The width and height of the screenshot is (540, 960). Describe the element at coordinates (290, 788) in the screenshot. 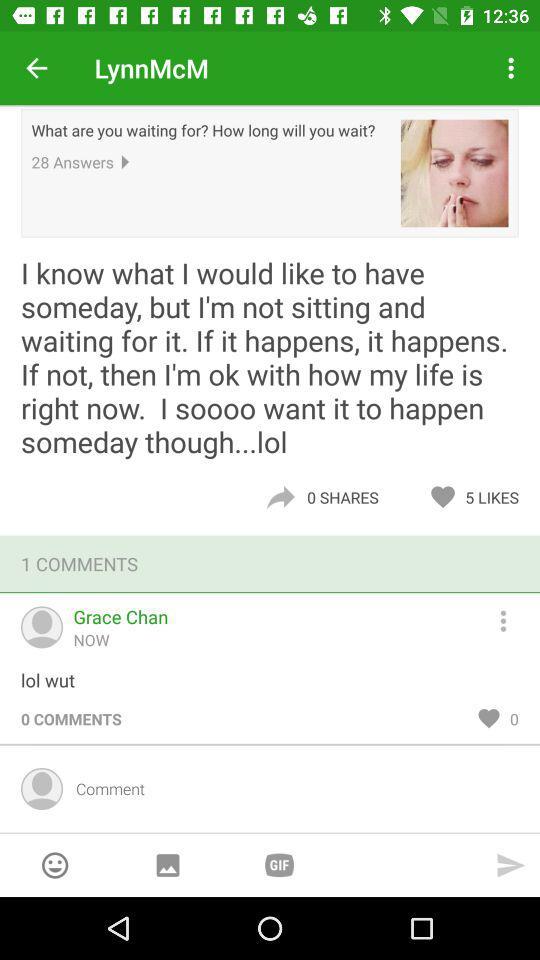

I see `comment input field` at that location.